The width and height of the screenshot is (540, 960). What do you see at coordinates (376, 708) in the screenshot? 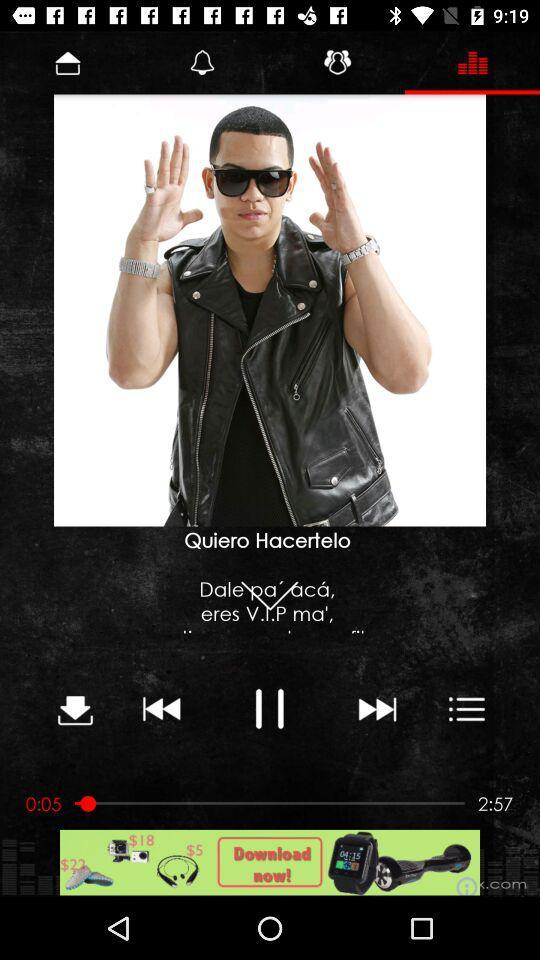
I see `the skip_next icon` at bounding box center [376, 708].